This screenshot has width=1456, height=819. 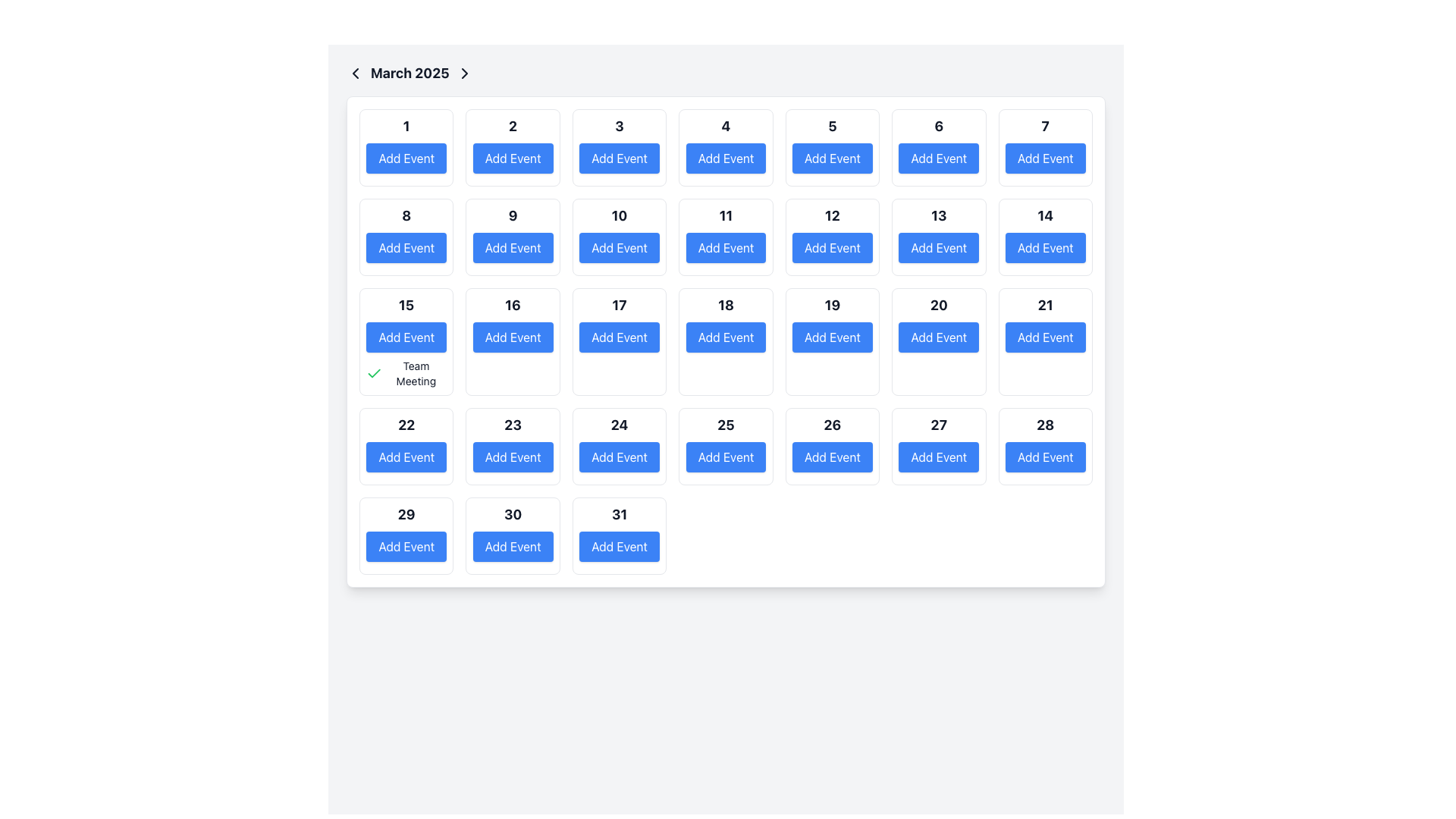 What do you see at coordinates (938, 237) in the screenshot?
I see `the 'Add Event' button in the calendar cell for the 13th day of the month` at bounding box center [938, 237].